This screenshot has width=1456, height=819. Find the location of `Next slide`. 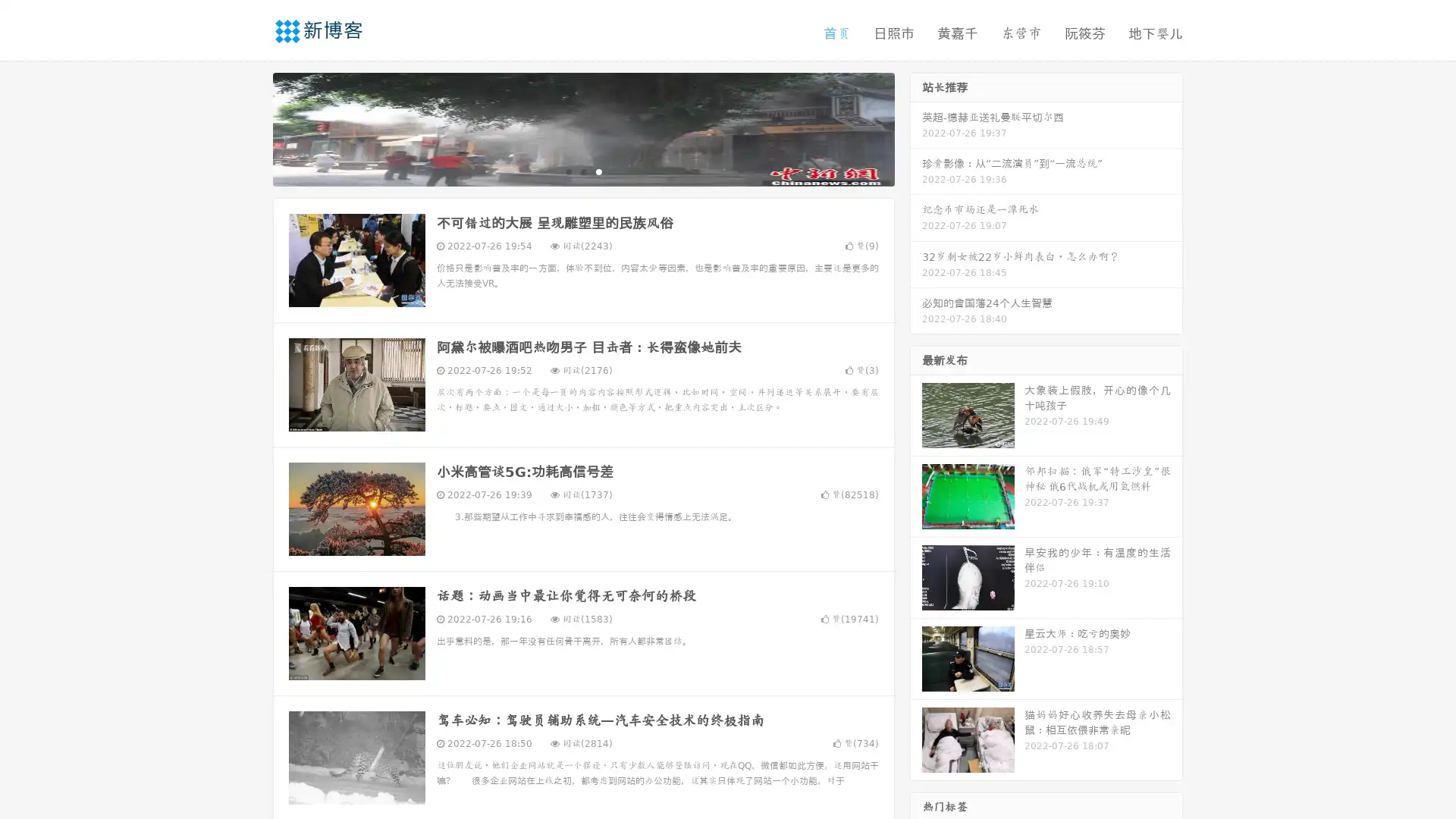

Next slide is located at coordinates (916, 127).